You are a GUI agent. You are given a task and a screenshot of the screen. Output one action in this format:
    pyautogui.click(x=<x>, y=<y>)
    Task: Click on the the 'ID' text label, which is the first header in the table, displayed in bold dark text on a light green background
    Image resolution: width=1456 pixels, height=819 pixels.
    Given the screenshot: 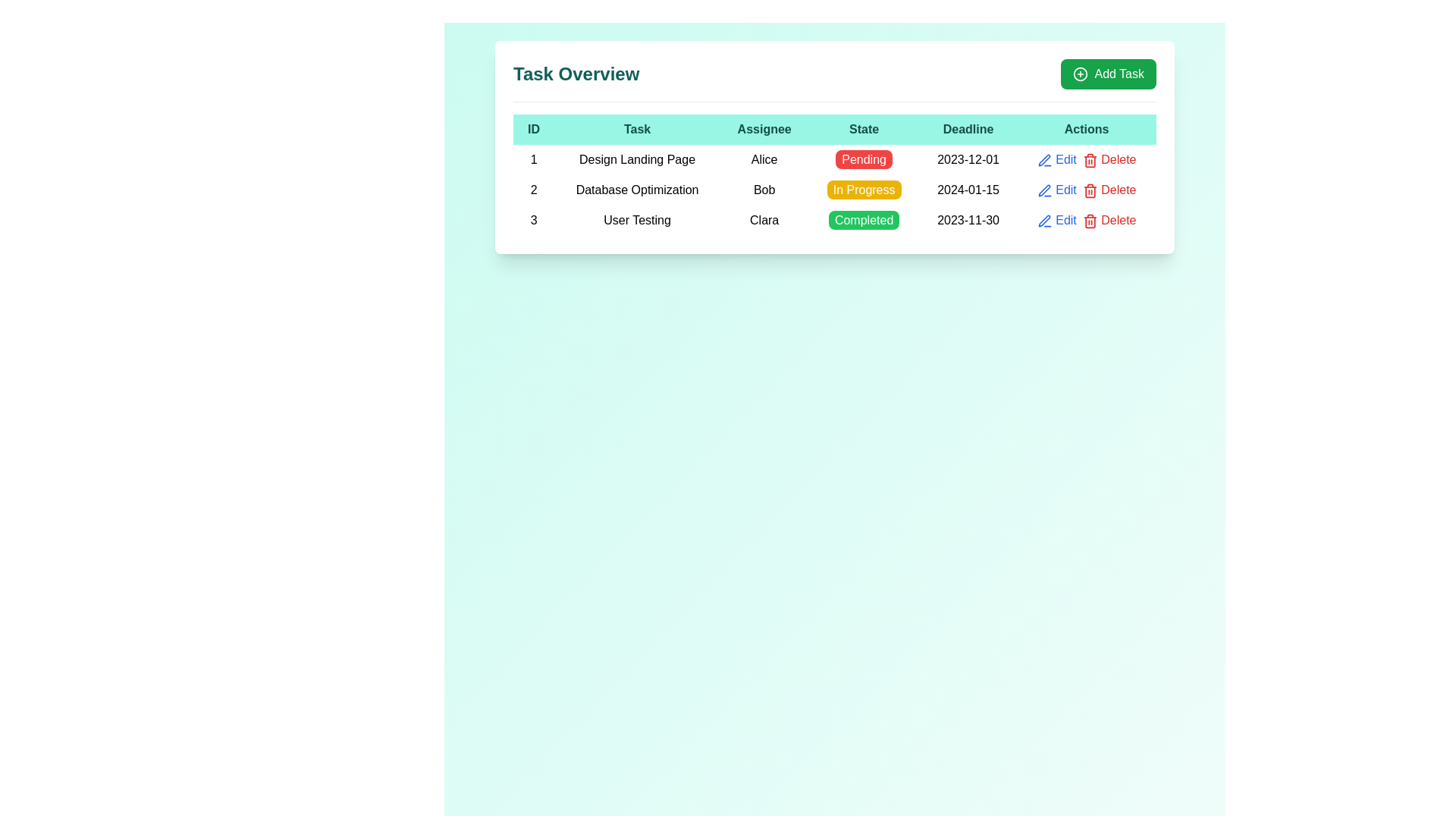 What is the action you would take?
    pyautogui.click(x=534, y=128)
    